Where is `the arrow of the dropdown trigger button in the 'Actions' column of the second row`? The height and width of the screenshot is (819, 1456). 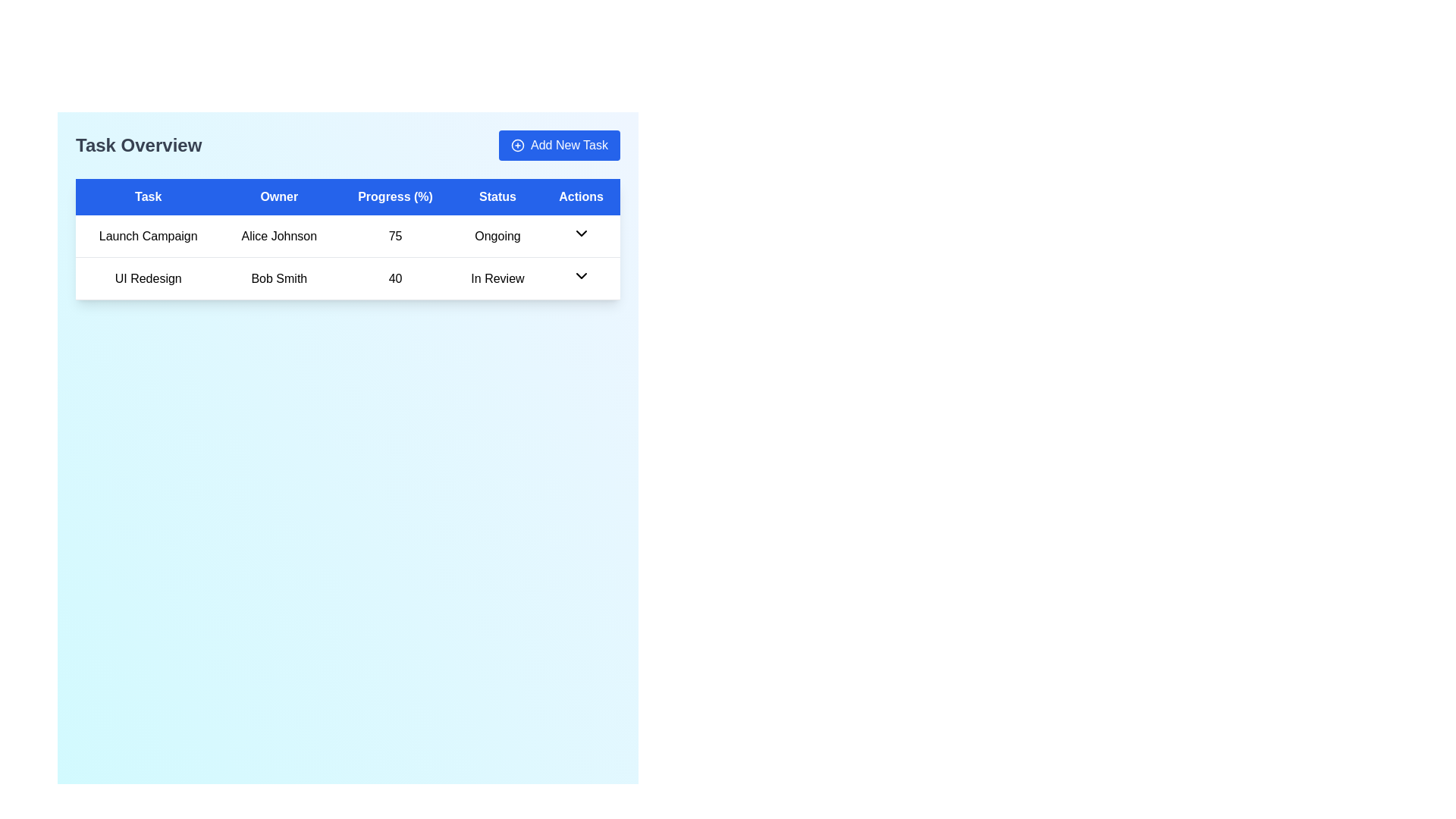
the arrow of the dropdown trigger button in the 'Actions' column of the second row is located at coordinates (580, 278).